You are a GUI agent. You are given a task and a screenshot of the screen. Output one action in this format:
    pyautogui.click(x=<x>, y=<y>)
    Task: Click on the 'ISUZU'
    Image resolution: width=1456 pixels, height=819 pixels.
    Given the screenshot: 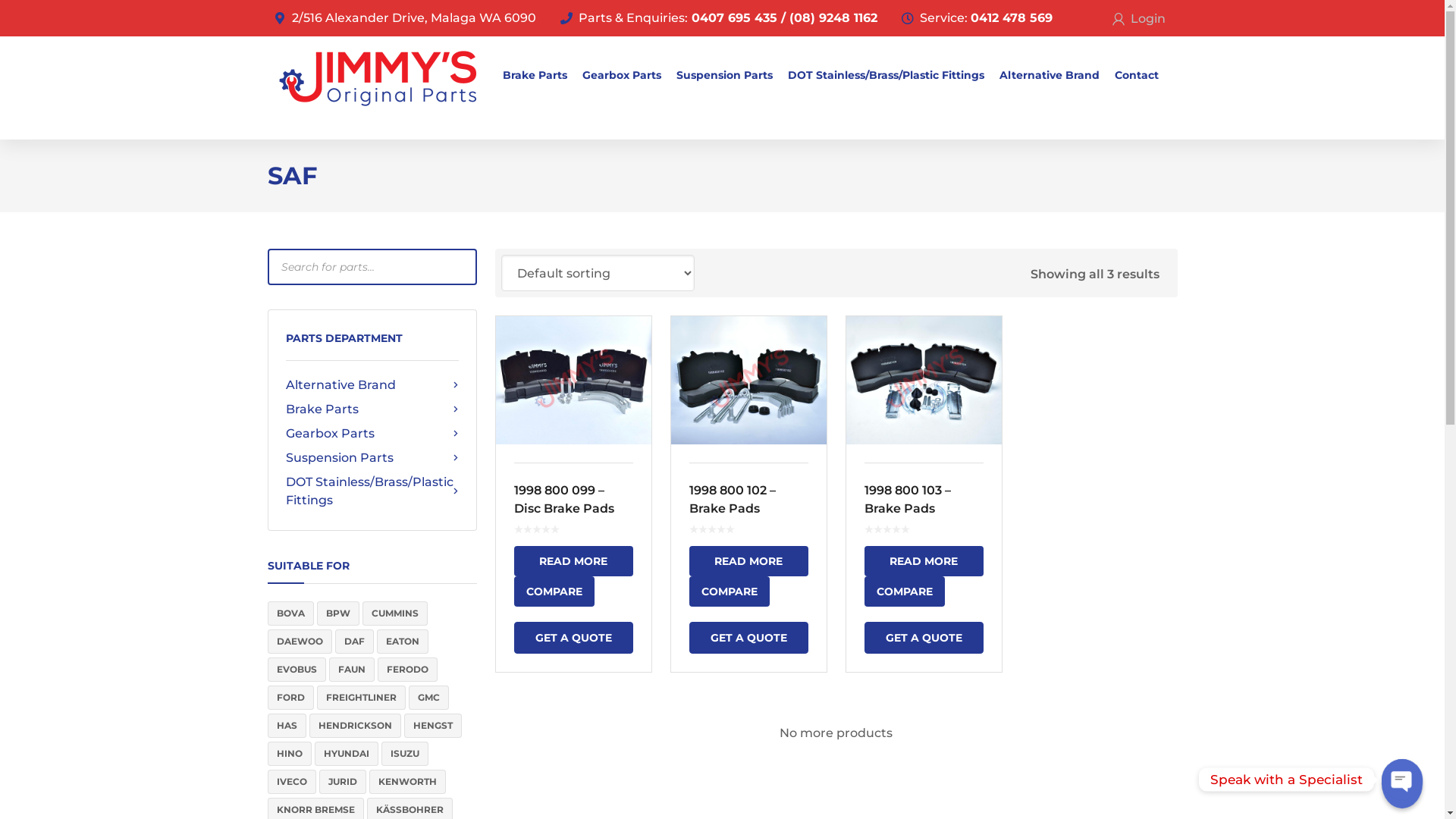 What is the action you would take?
    pyautogui.click(x=403, y=754)
    